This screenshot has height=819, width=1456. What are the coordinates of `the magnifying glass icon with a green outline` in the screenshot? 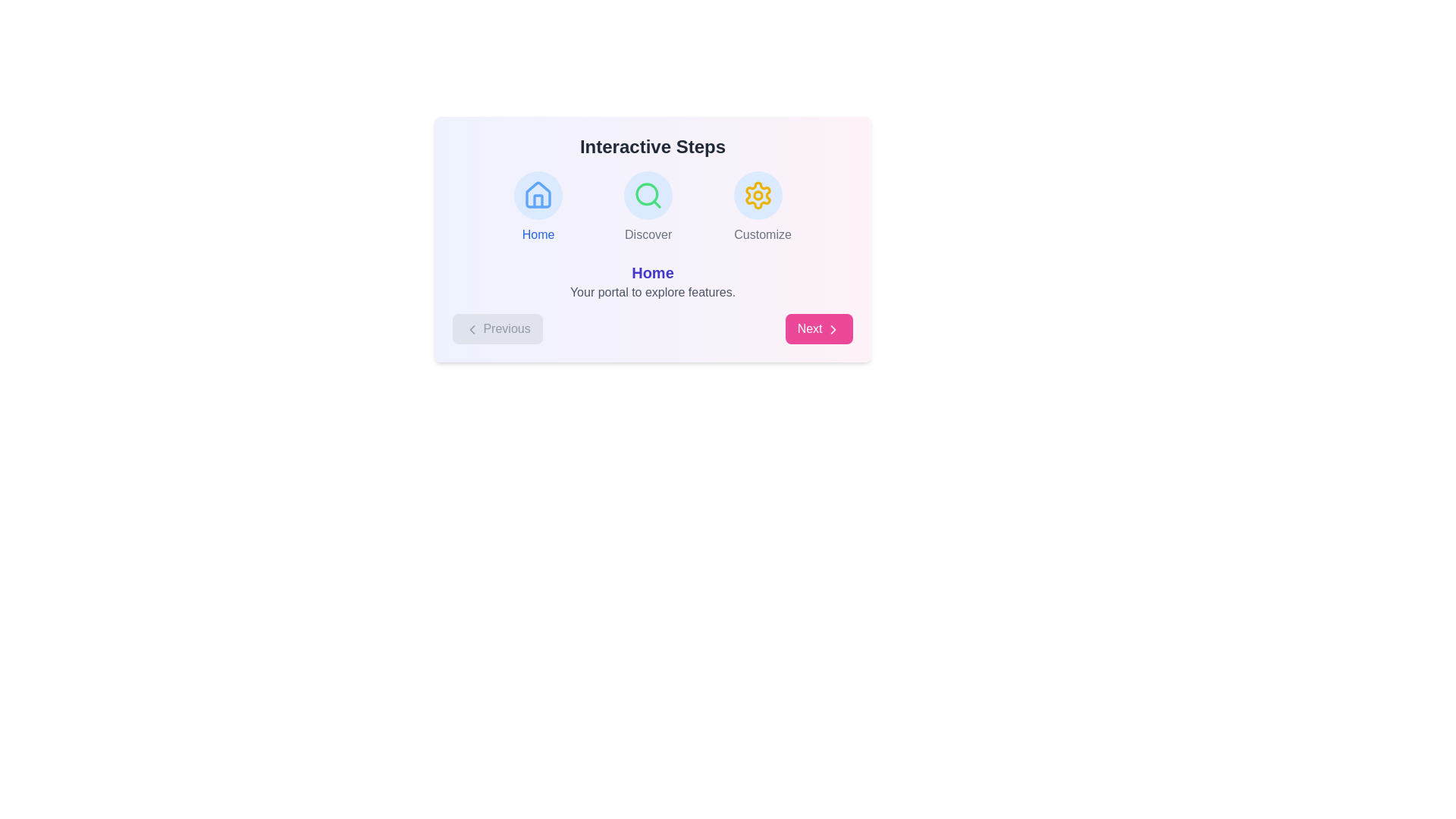 It's located at (648, 195).